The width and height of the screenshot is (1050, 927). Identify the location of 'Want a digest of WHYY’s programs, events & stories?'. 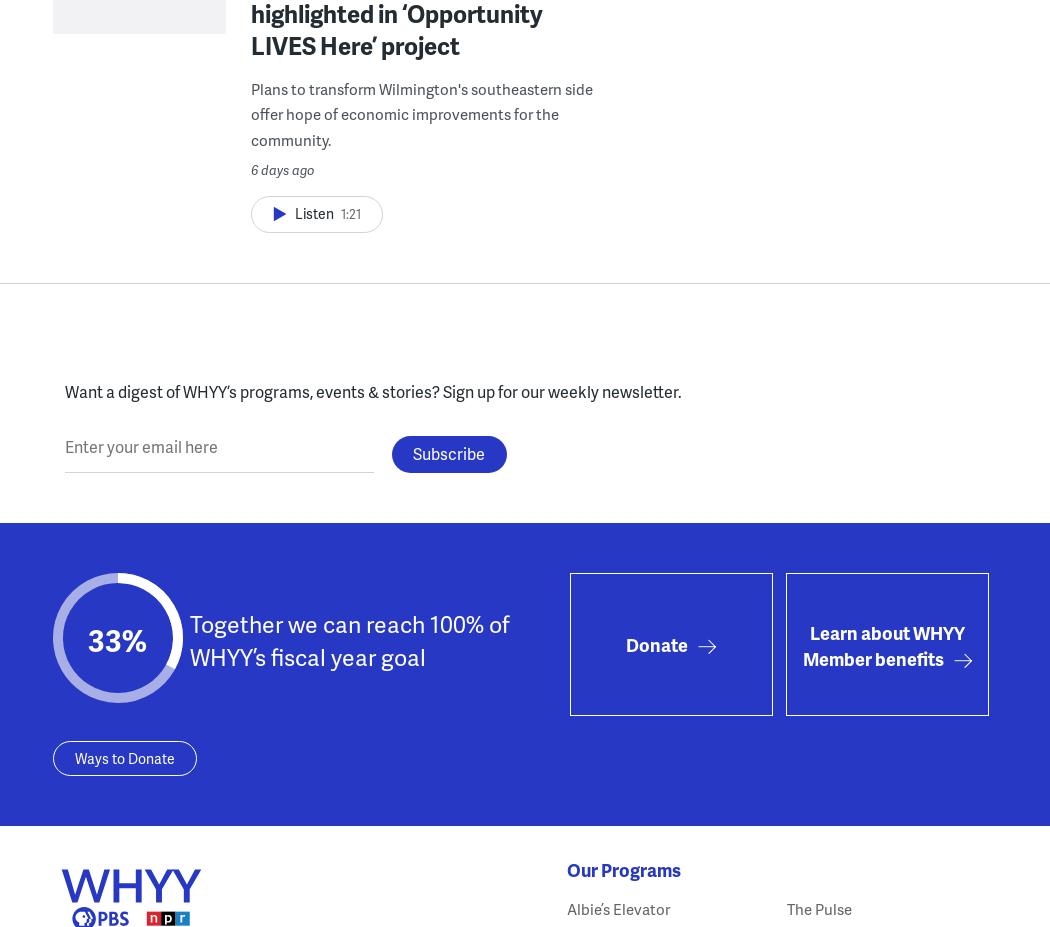
(252, 389).